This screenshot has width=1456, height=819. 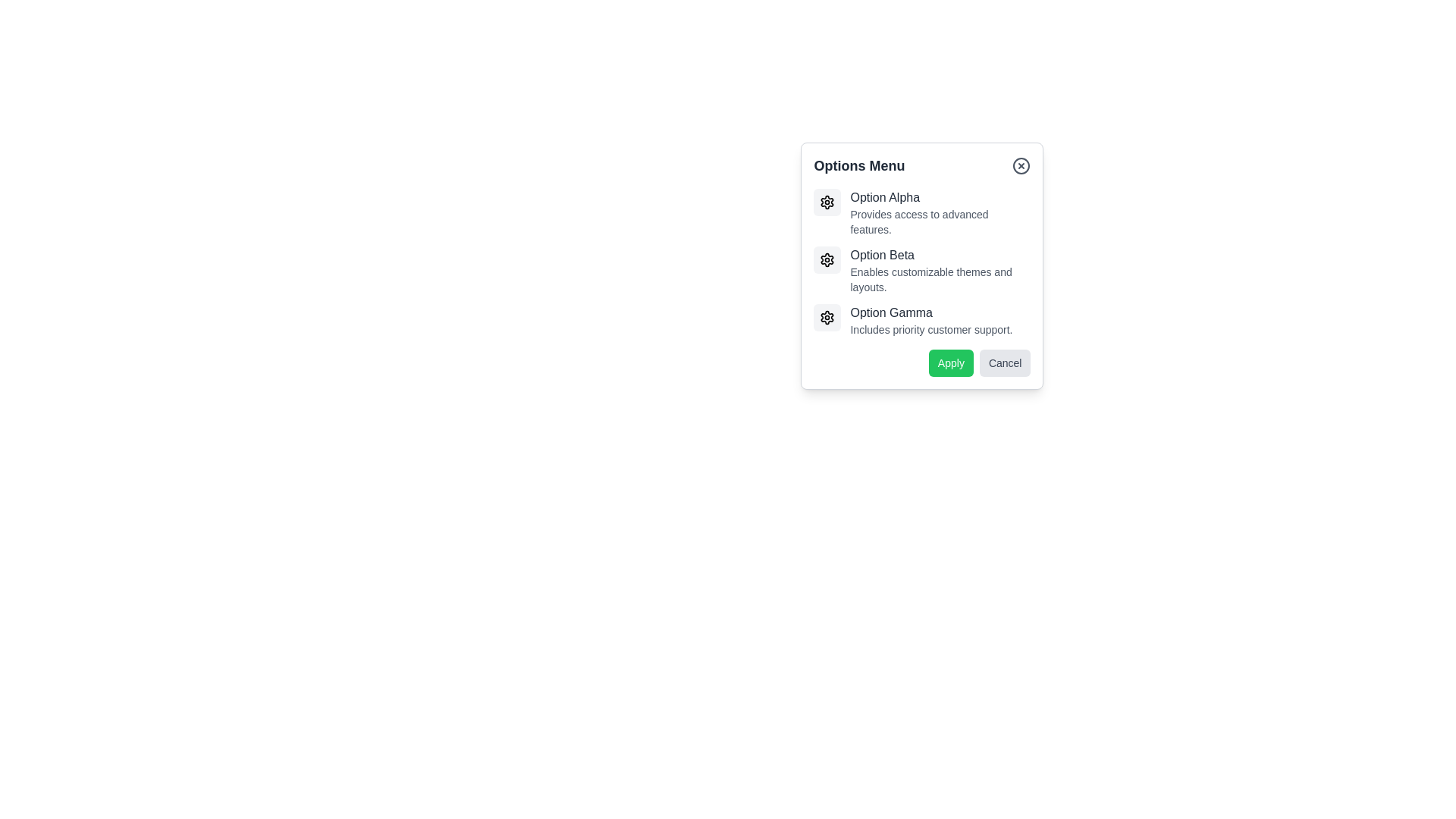 What do you see at coordinates (971, 251) in the screenshot?
I see `the 'Option Beta' menu item in the 'Options Menu'` at bounding box center [971, 251].